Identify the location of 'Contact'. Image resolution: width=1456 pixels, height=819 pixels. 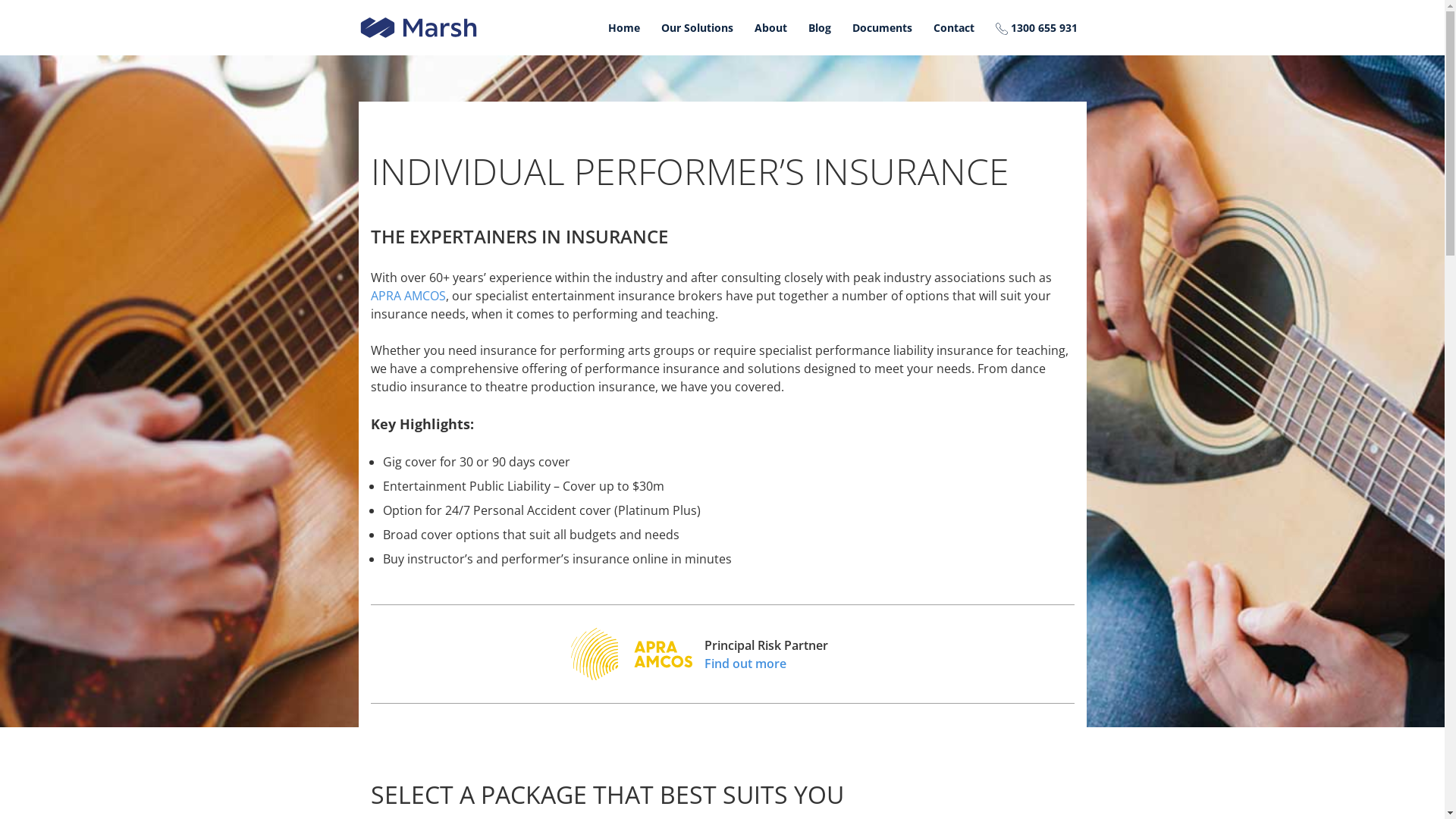
(952, 28).